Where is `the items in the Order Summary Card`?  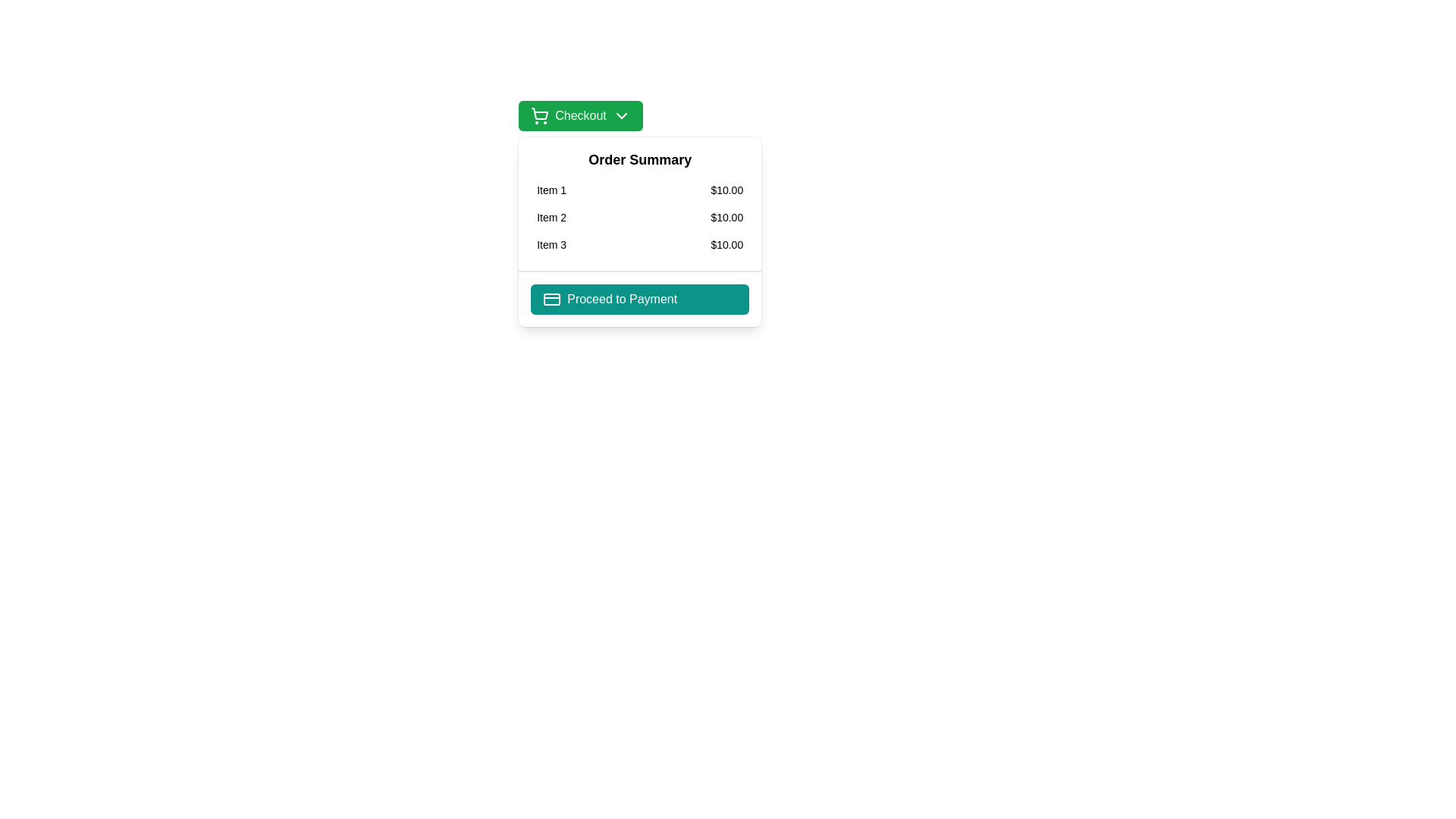 the items in the Order Summary Card is located at coordinates (640, 231).